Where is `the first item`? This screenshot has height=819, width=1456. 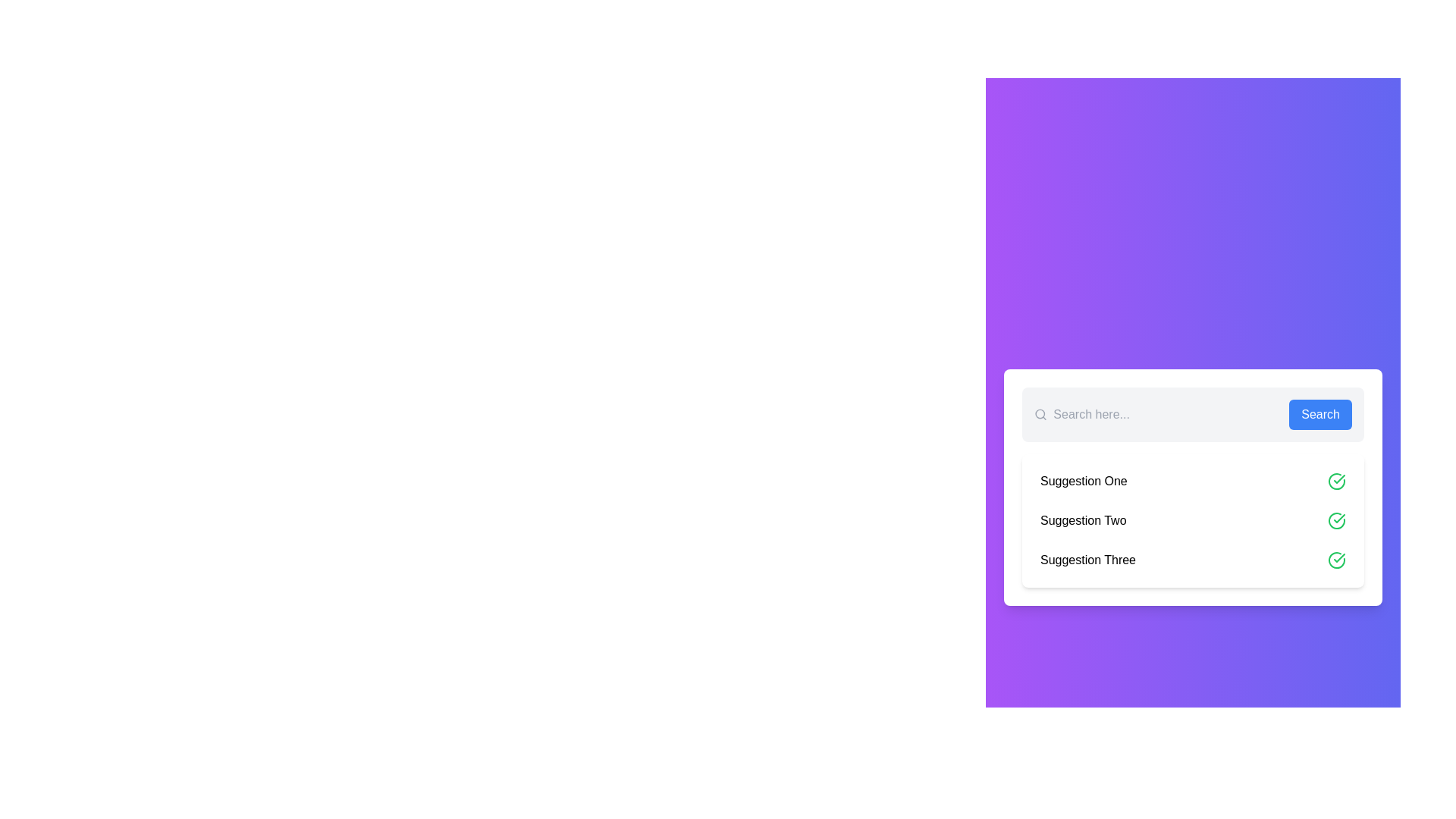
the first item is located at coordinates (1192, 482).